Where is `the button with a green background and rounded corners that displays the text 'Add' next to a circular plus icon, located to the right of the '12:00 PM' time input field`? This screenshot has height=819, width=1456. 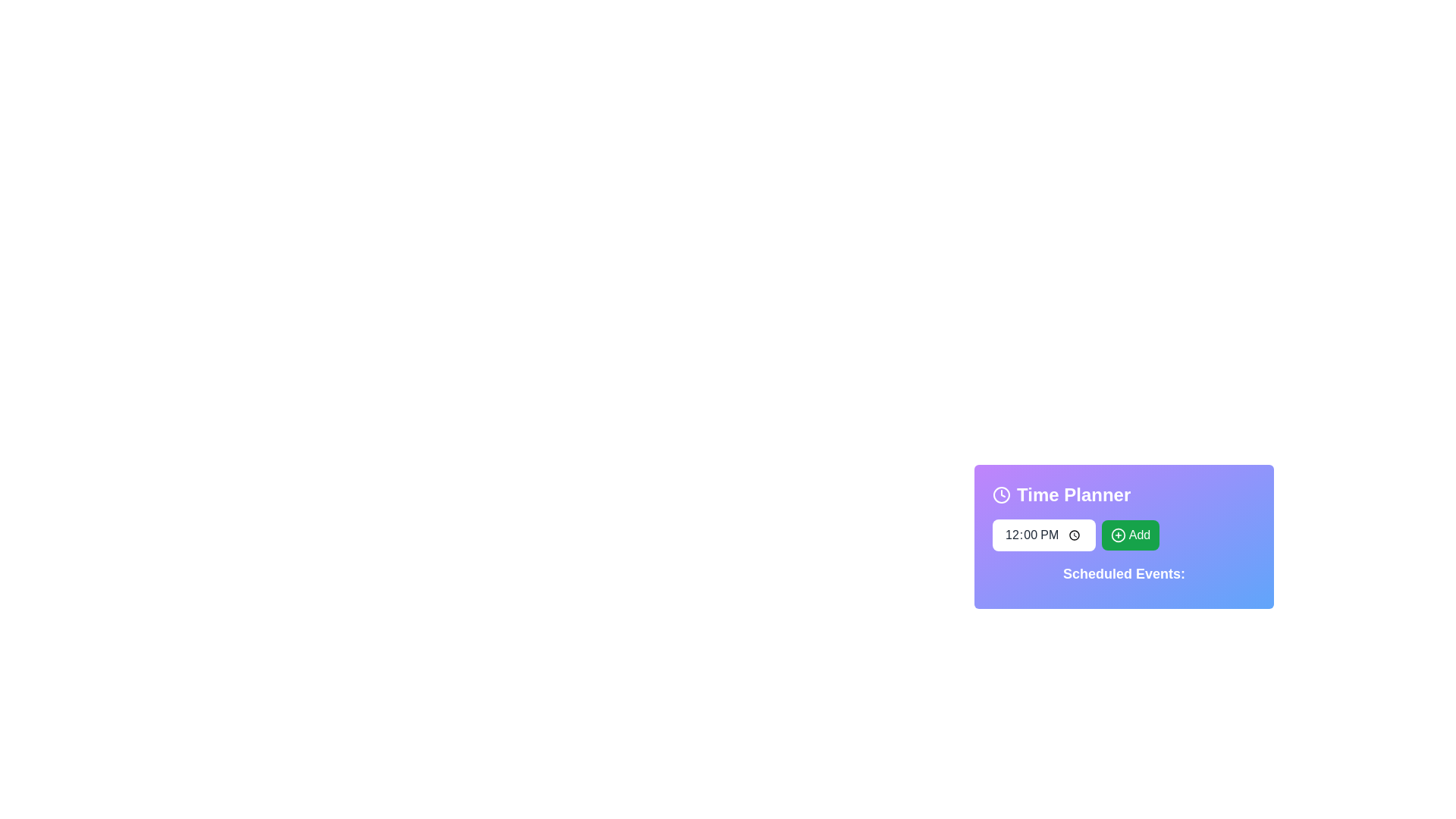 the button with a green background and rounded corners that displays the text 'Add' next to a circular plus icon, located to the right of the '12:00 PM' time input field is located at coordinates (1131, 534).